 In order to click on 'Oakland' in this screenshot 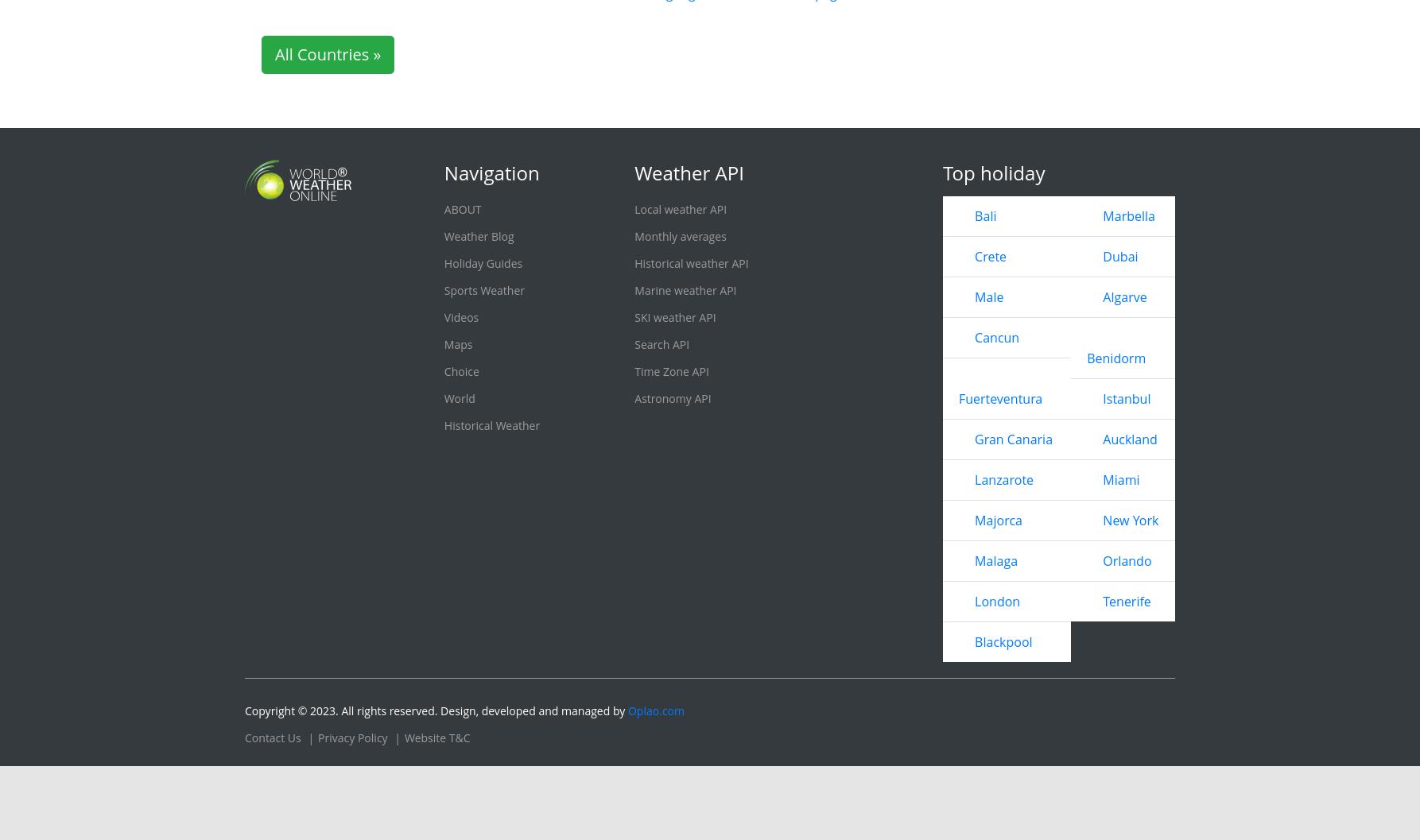, I will do `click(458, 25)`.